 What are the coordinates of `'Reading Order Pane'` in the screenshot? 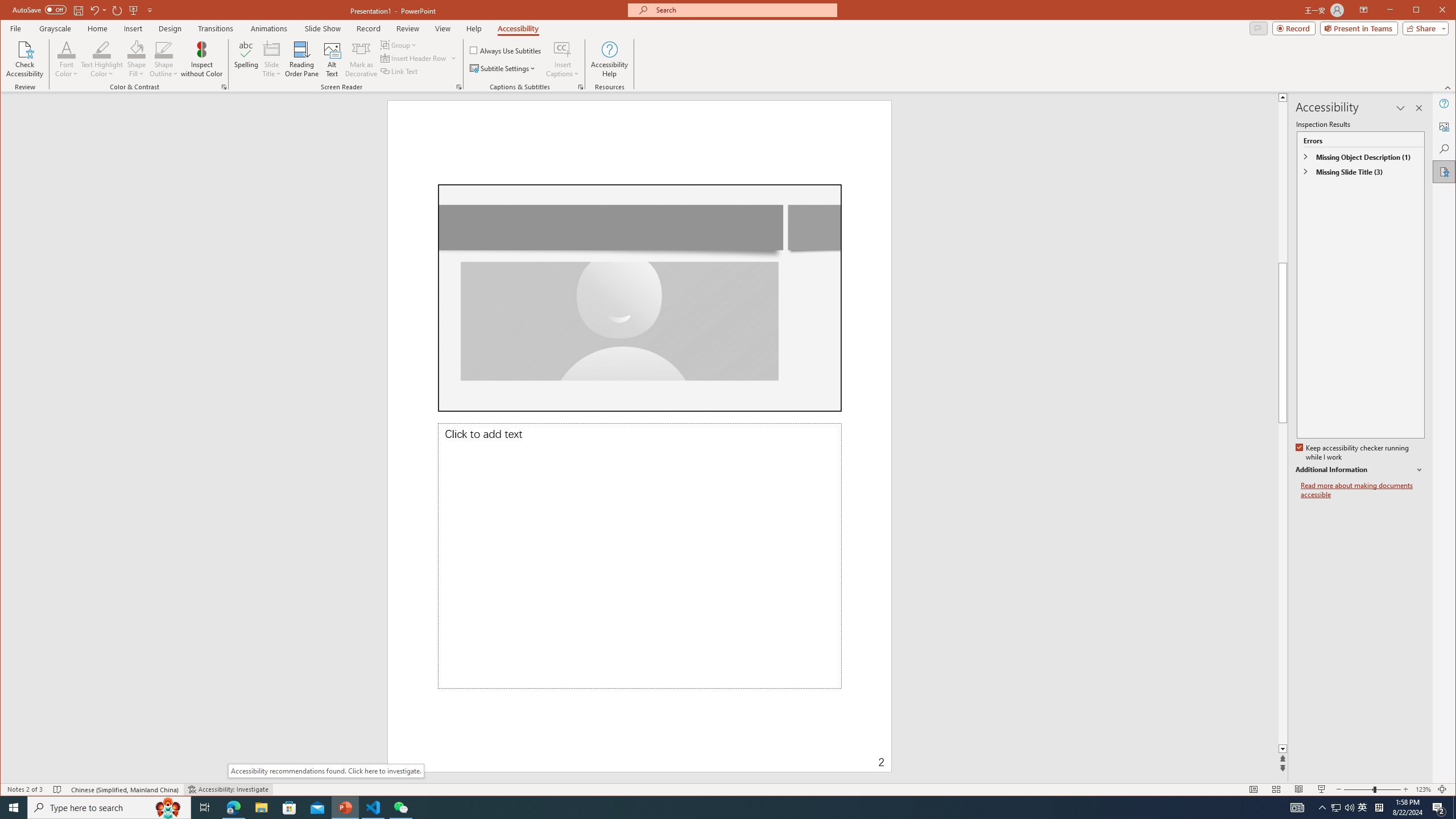 It's located at (301, 59).